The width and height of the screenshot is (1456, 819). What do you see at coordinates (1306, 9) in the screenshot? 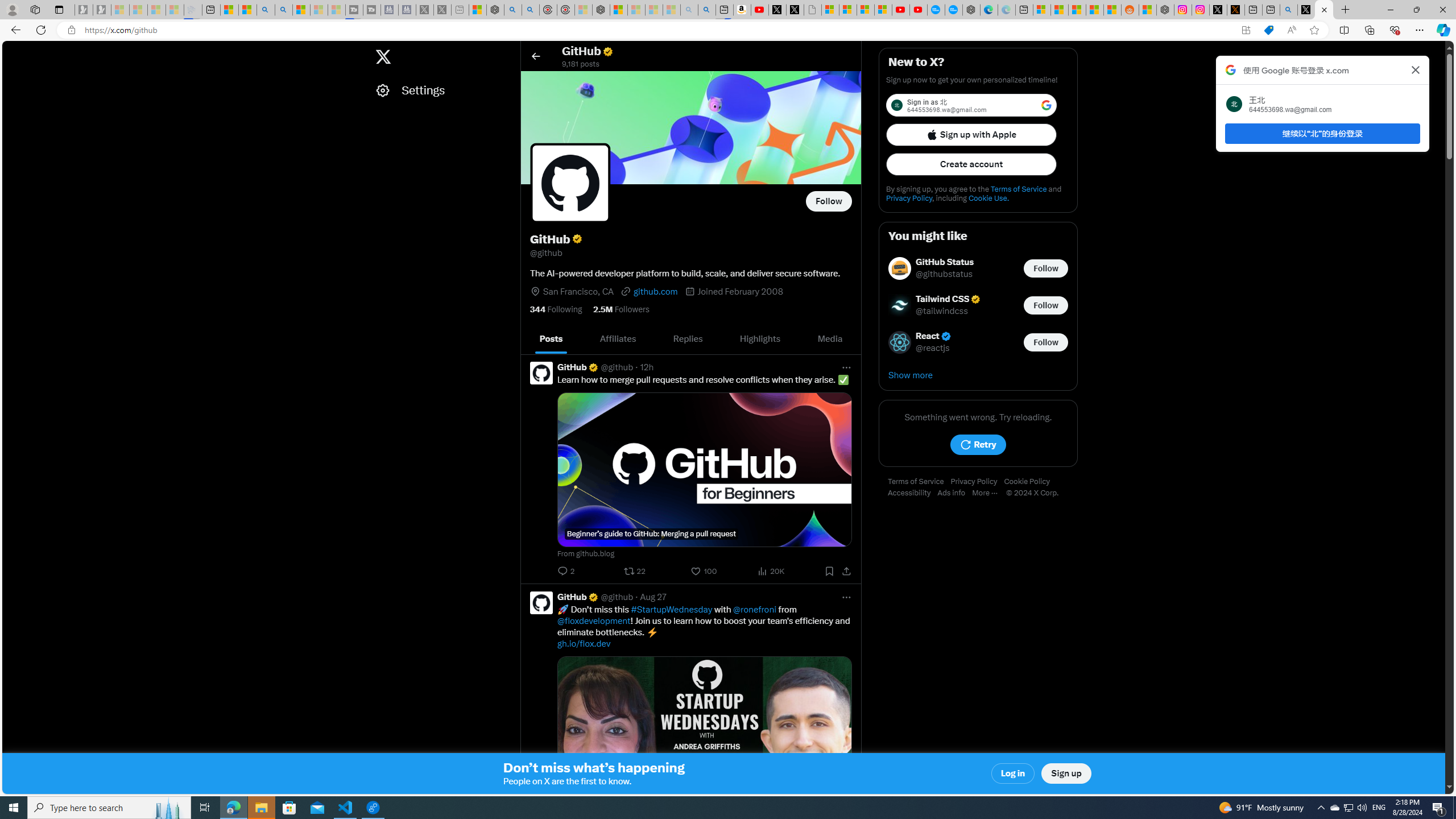
I see `'Profile / X'` at bounding box center [1306, 9].